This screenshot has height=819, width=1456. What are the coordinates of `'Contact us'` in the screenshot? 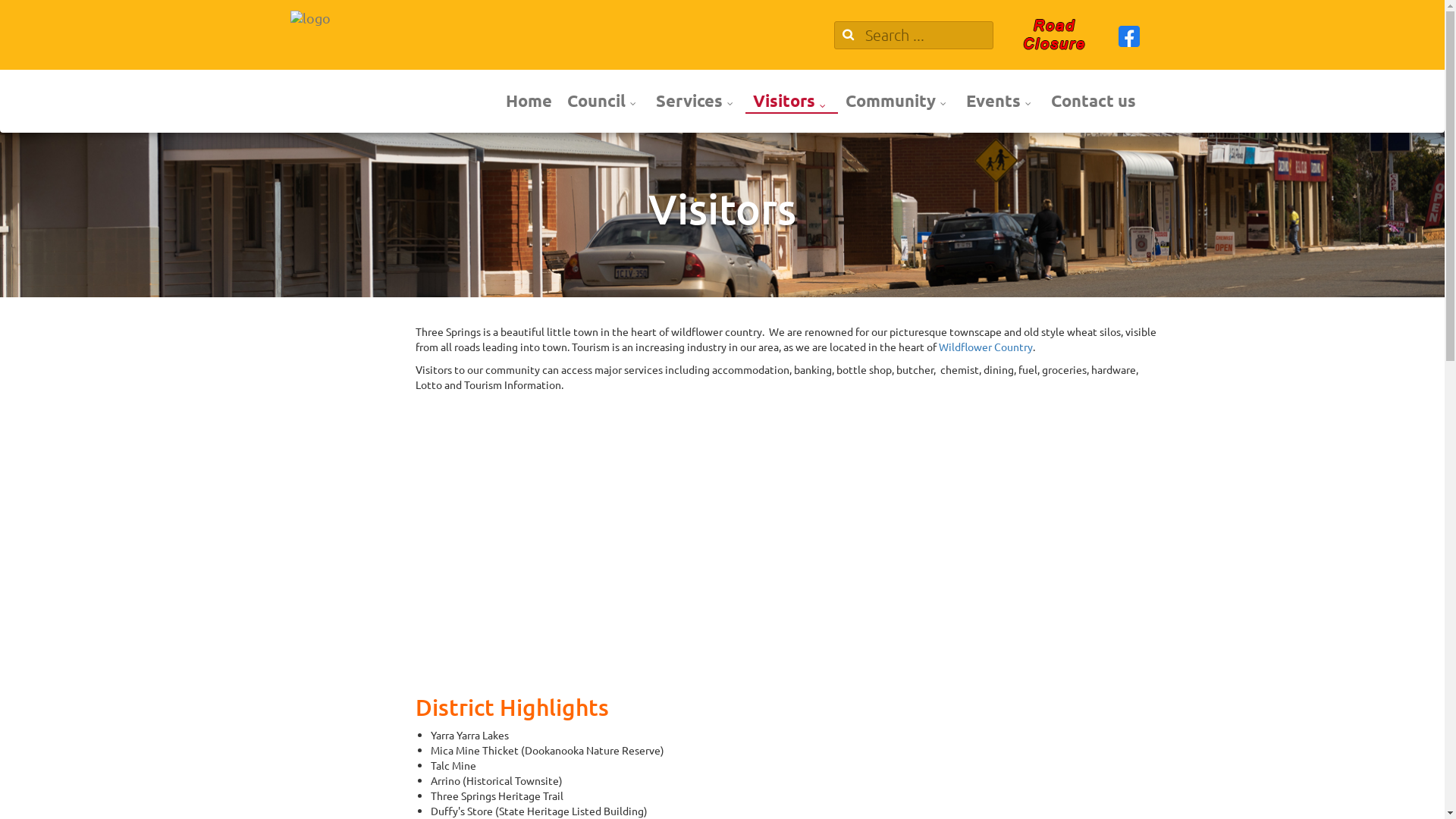 It's located at (1093, 100).